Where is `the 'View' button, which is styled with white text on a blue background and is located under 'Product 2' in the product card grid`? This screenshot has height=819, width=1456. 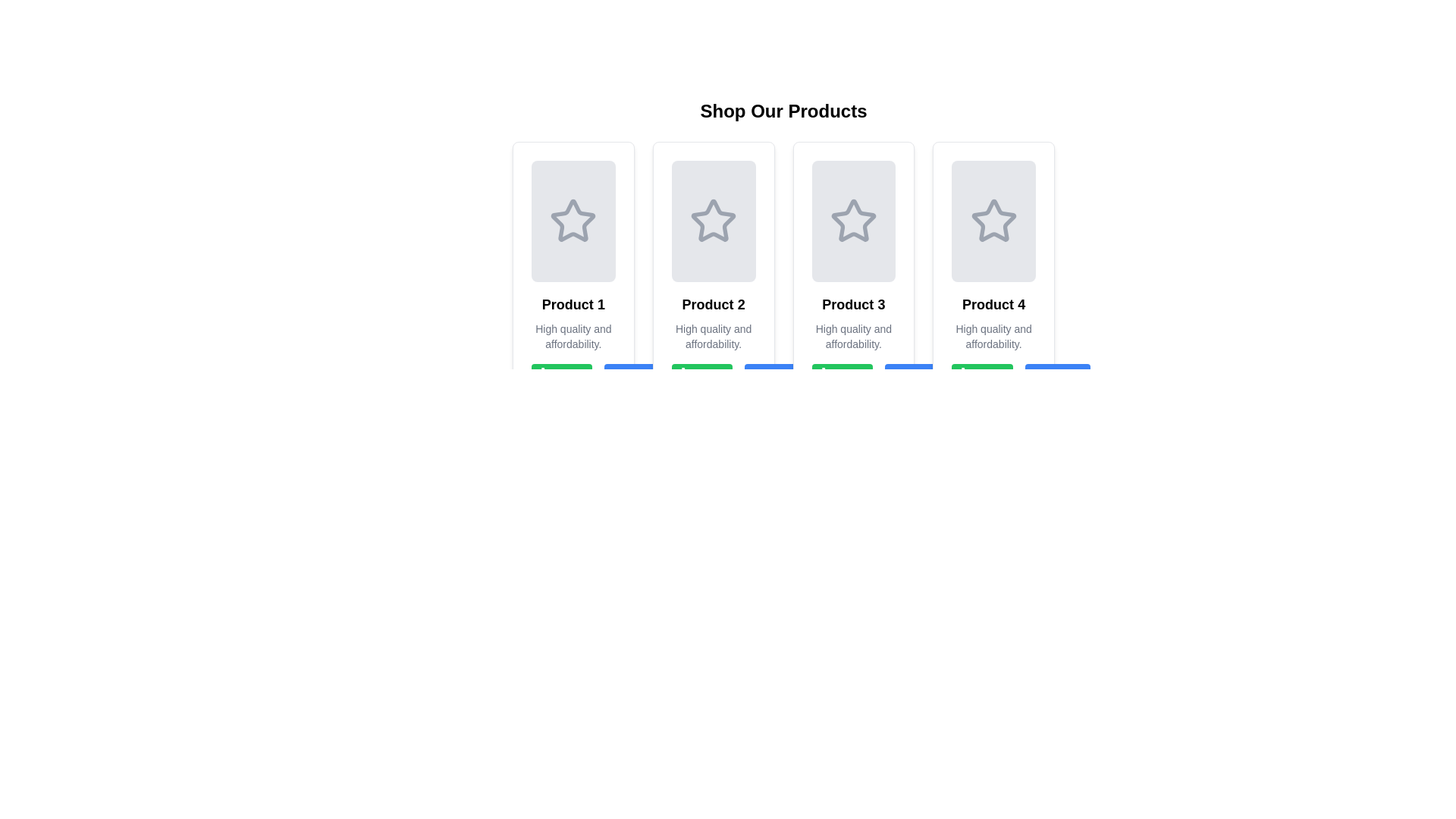 the 'View' button, which is styled with white text on a blue background and is located under 'Product 2' in the product card grid is located at coordinates (648, 375).